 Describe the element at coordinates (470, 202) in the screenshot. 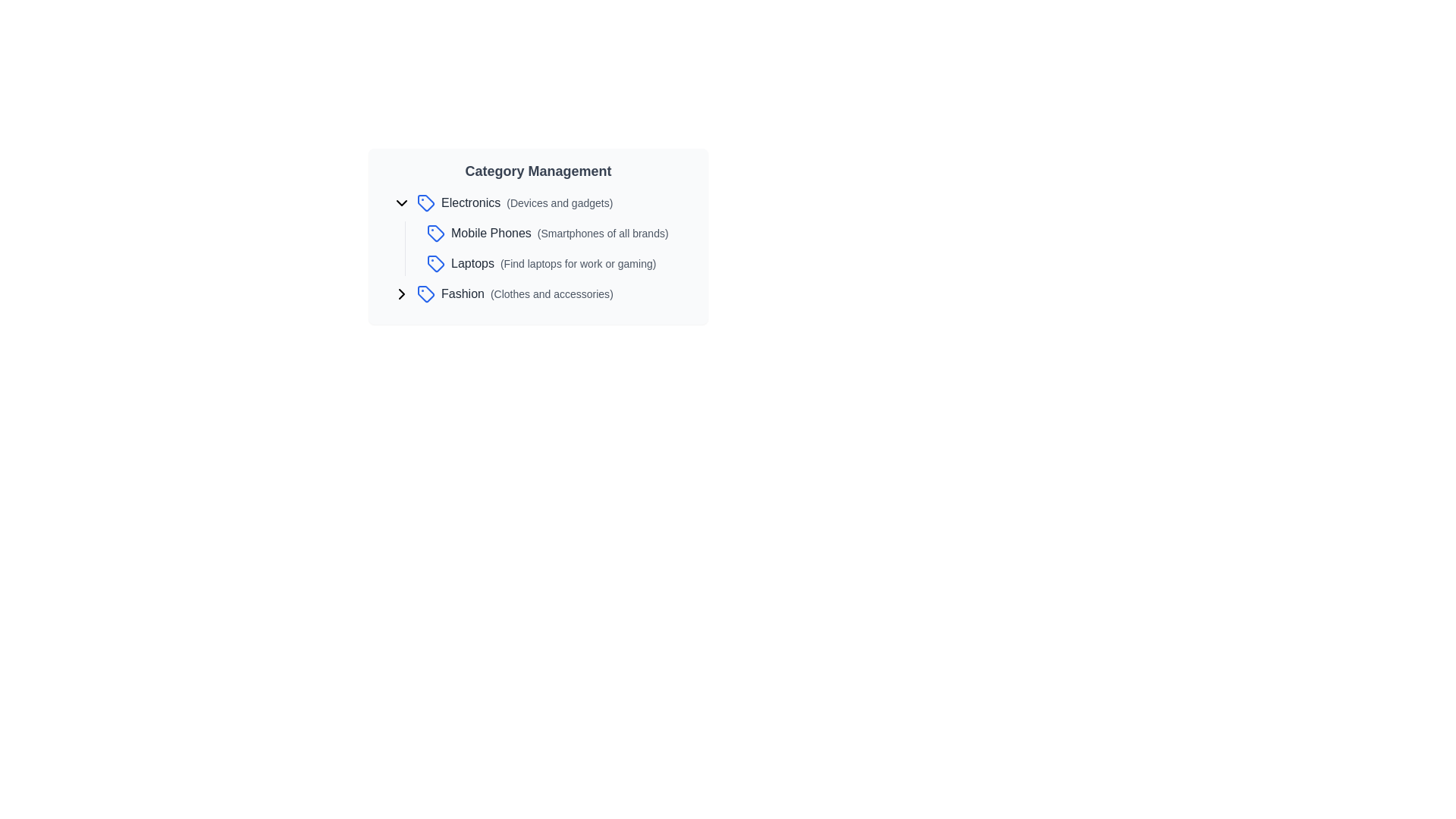

I see `the static text label displaying 'Electronics', which is a bold gray title positioned above 'Mobile Phones' in the 'Category Management' section` at that location.